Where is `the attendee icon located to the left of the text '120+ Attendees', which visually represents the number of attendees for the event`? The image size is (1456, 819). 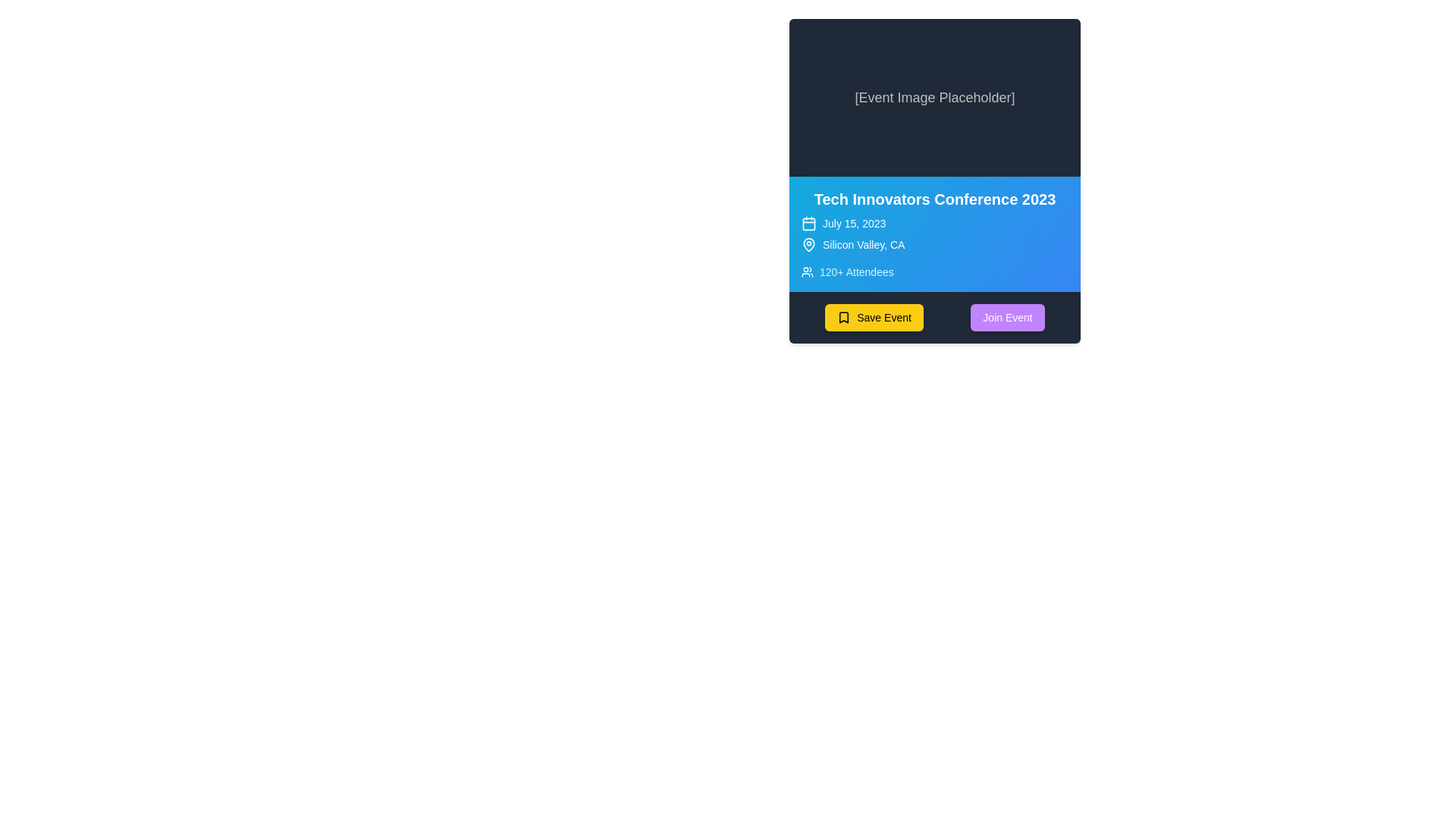 the attendee icon located to the left of the text '120+ Attendees', which visually represents the number of attendees for the event is located at coordinates (807, 271).